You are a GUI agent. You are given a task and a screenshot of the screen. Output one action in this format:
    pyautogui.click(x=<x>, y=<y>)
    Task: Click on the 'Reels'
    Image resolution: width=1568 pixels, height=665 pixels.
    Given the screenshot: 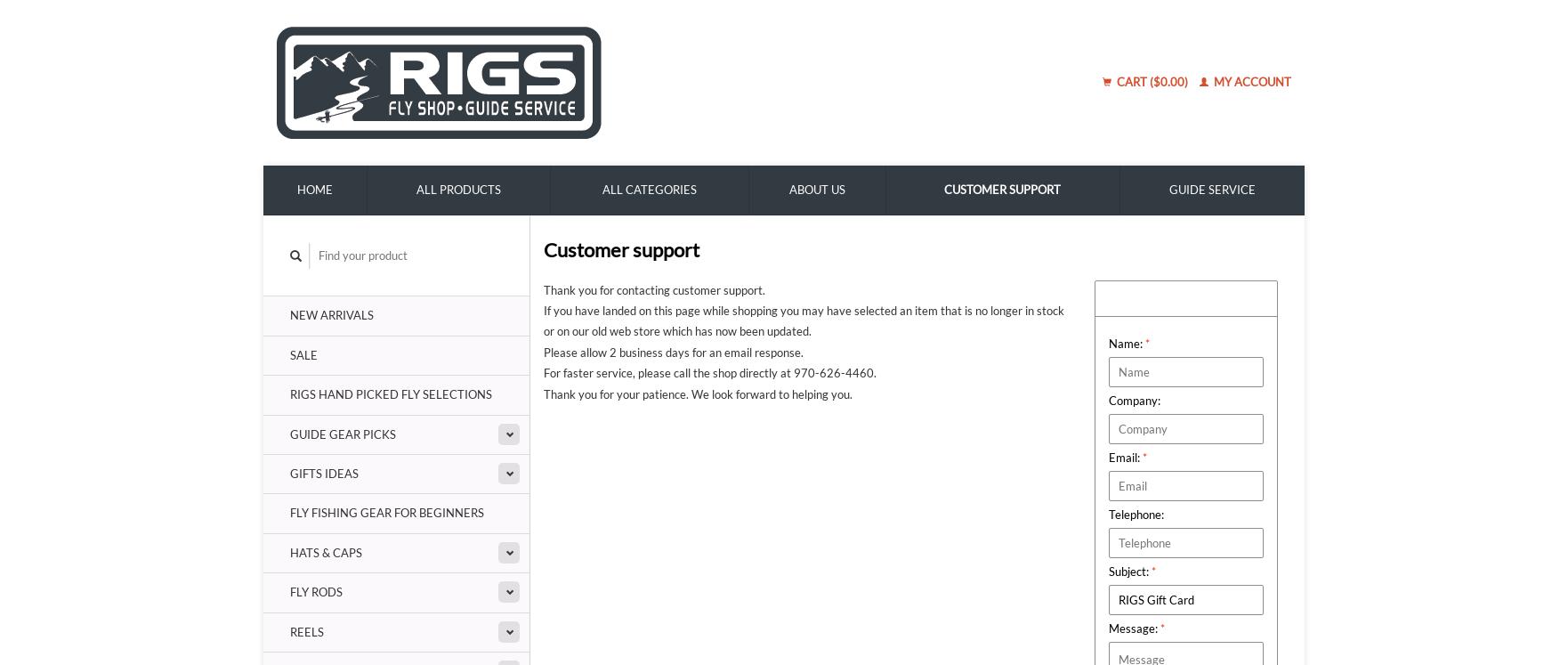 What is the action you would take?
    pyautogui.click(x=289, y=629)
    